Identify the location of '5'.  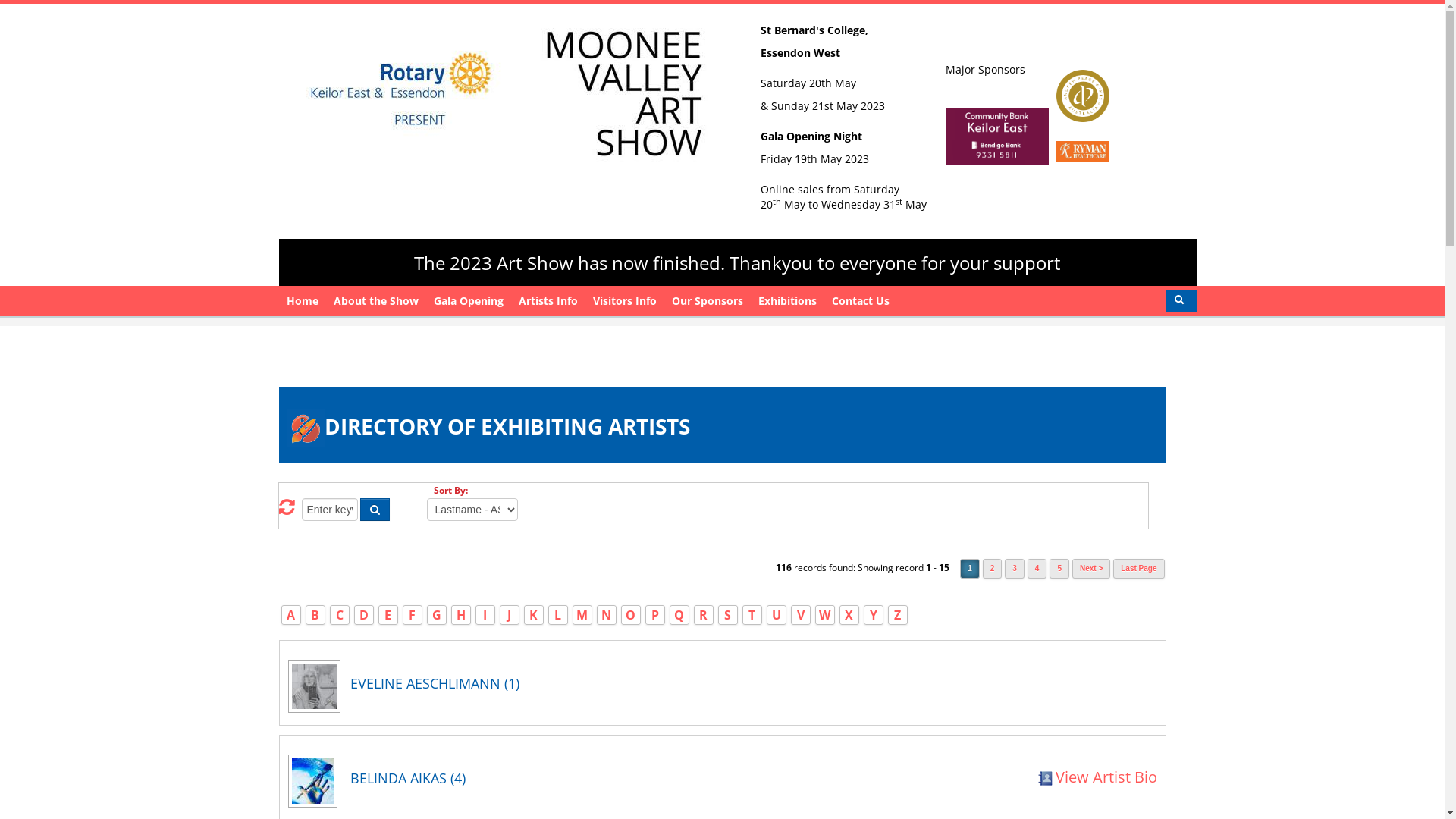
(1058, 568).